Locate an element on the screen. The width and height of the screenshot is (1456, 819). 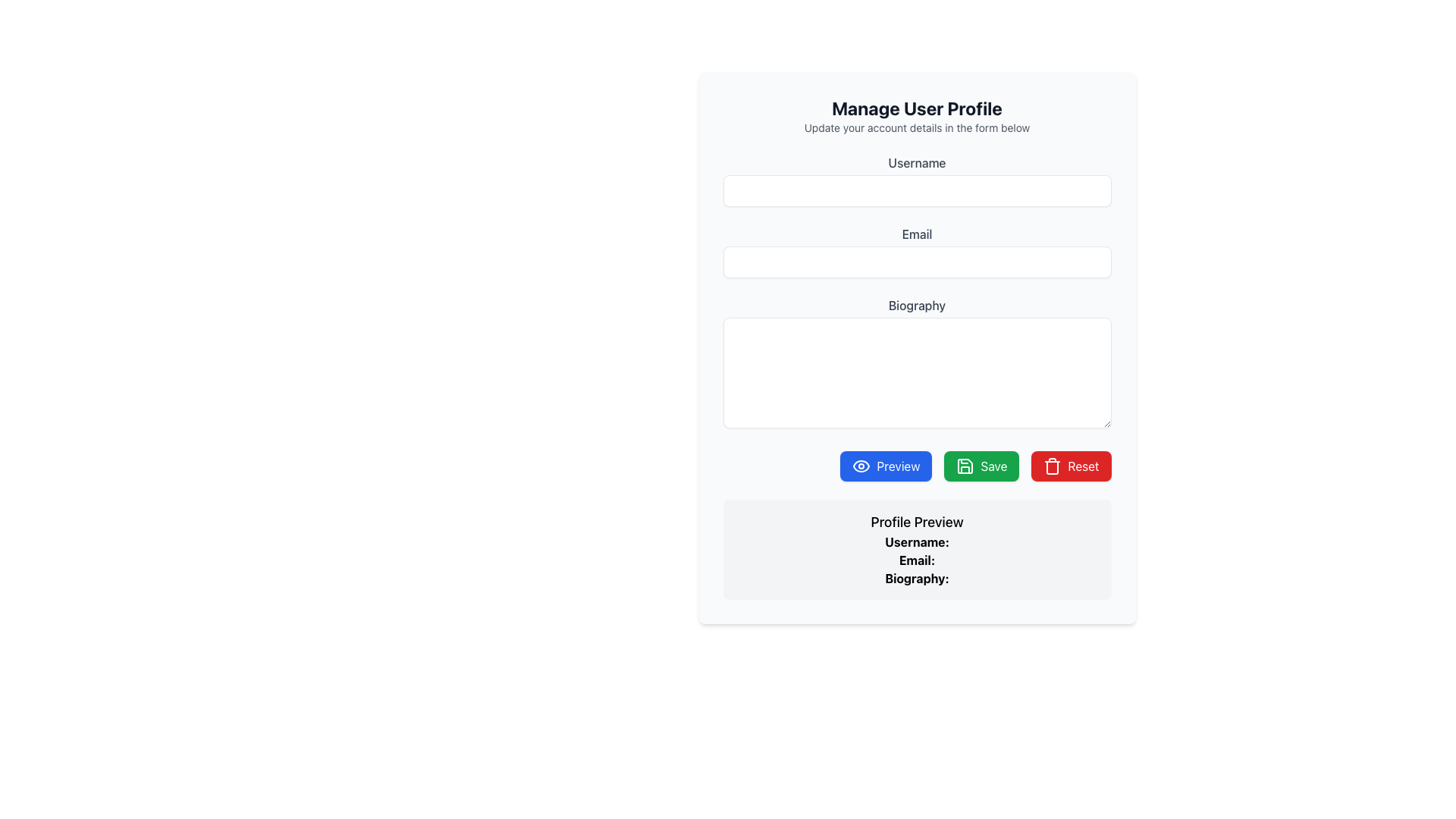
text within the multi-line text area input that is styled with rounded corners and a shadow effect, located beneath the 'Biography' label in the profile management form is located at coordinates (916, 373).